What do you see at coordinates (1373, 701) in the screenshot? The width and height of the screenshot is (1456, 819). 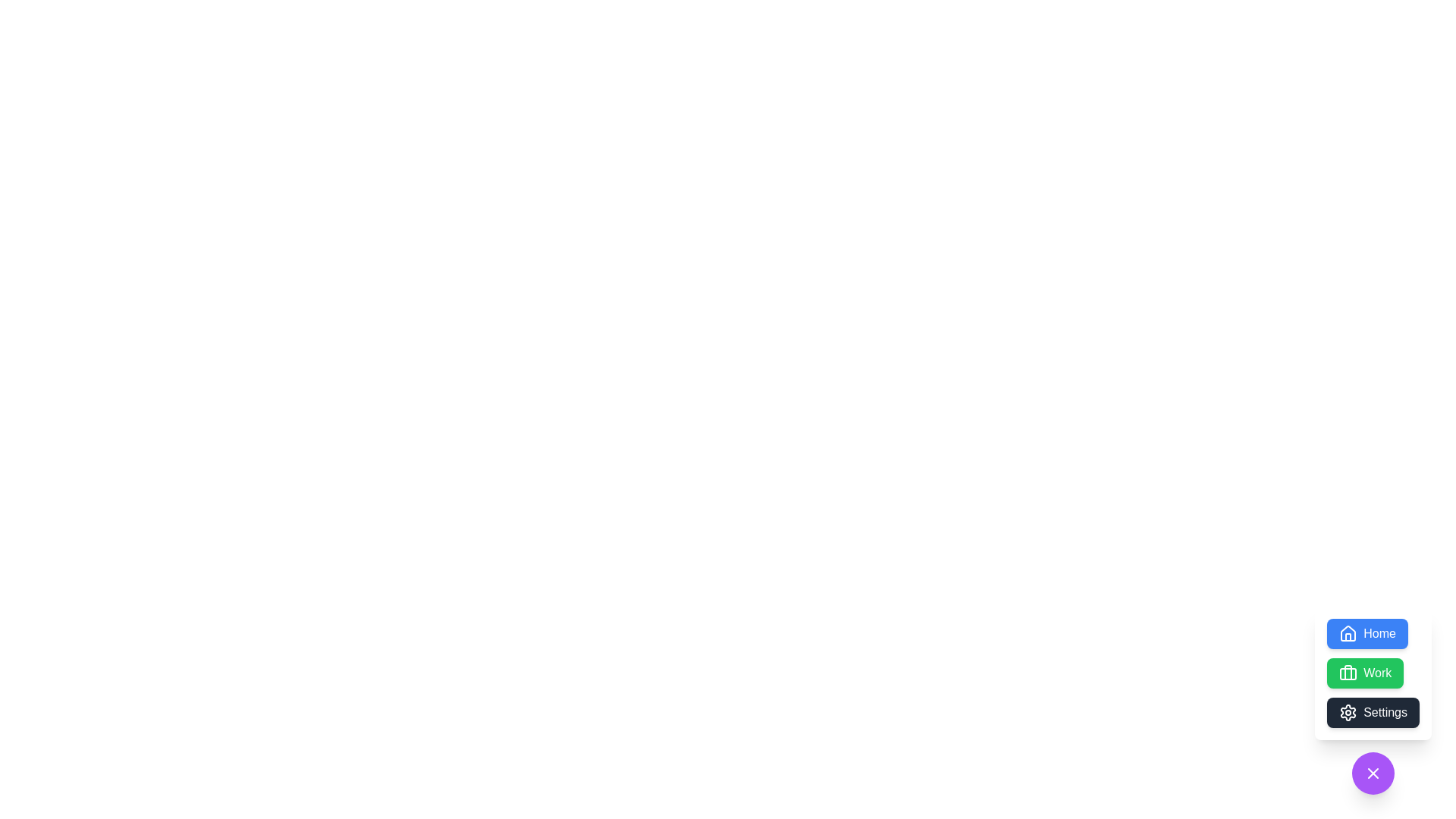 I see `the third button in the bottom-right panel` at bounding box center [1373, 701].